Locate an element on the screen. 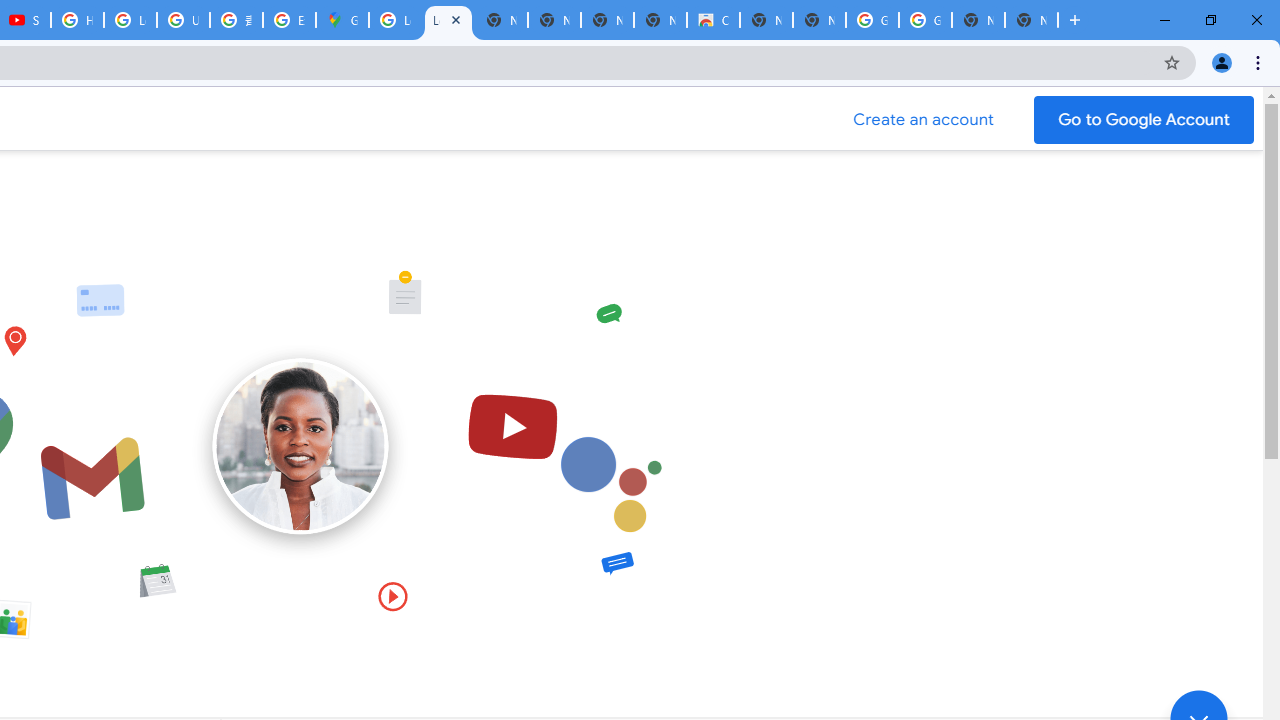 The height and width of the screenshot is (720, 1280). 'Go to your Google Account' is located at coordinates (1144, 119).